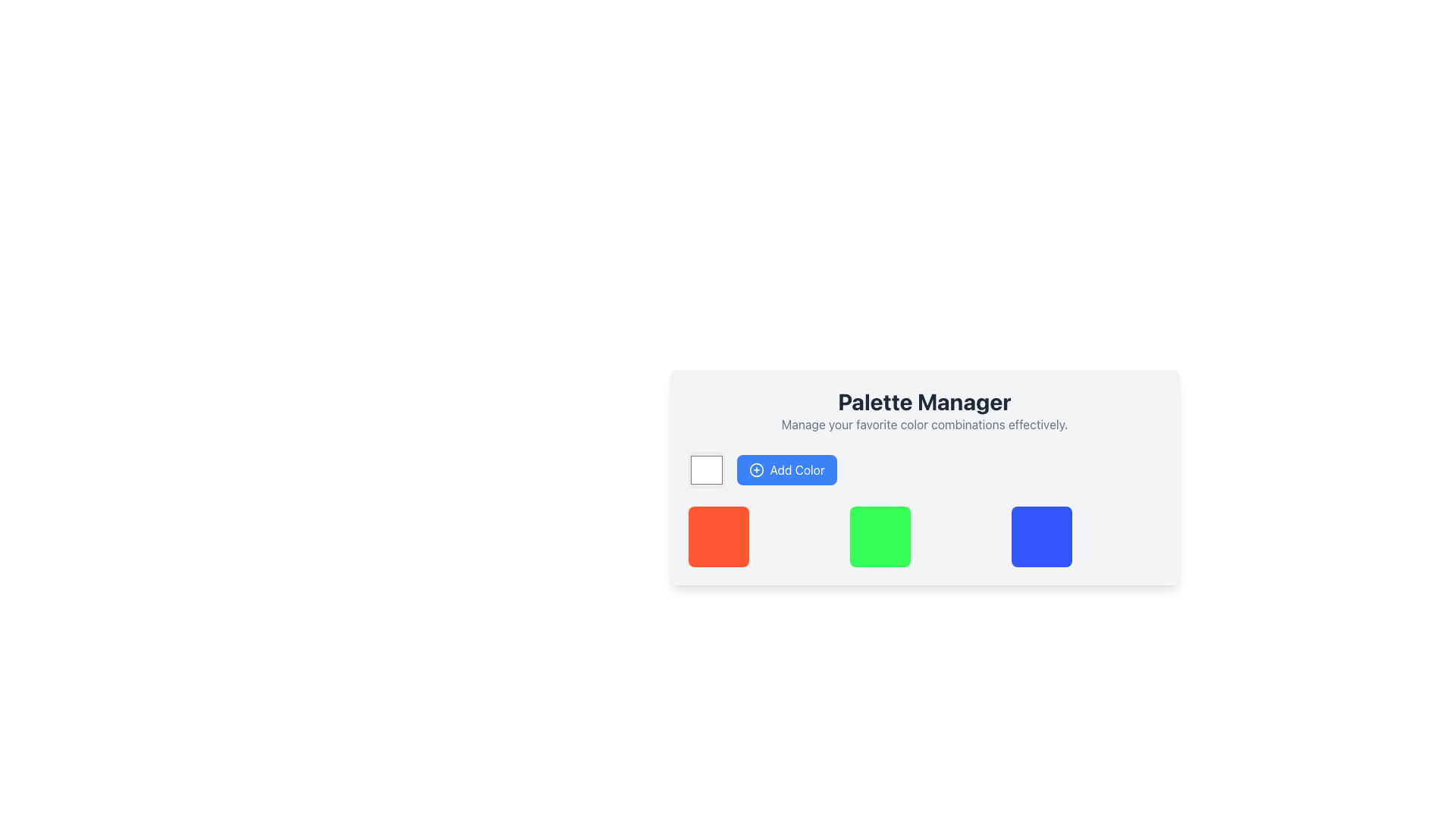 The height and width of the screenshot is (819, 1456). Describe the element at coordinates (880, 536) in the screenshot. I see `the second color option in the palette` at that location.